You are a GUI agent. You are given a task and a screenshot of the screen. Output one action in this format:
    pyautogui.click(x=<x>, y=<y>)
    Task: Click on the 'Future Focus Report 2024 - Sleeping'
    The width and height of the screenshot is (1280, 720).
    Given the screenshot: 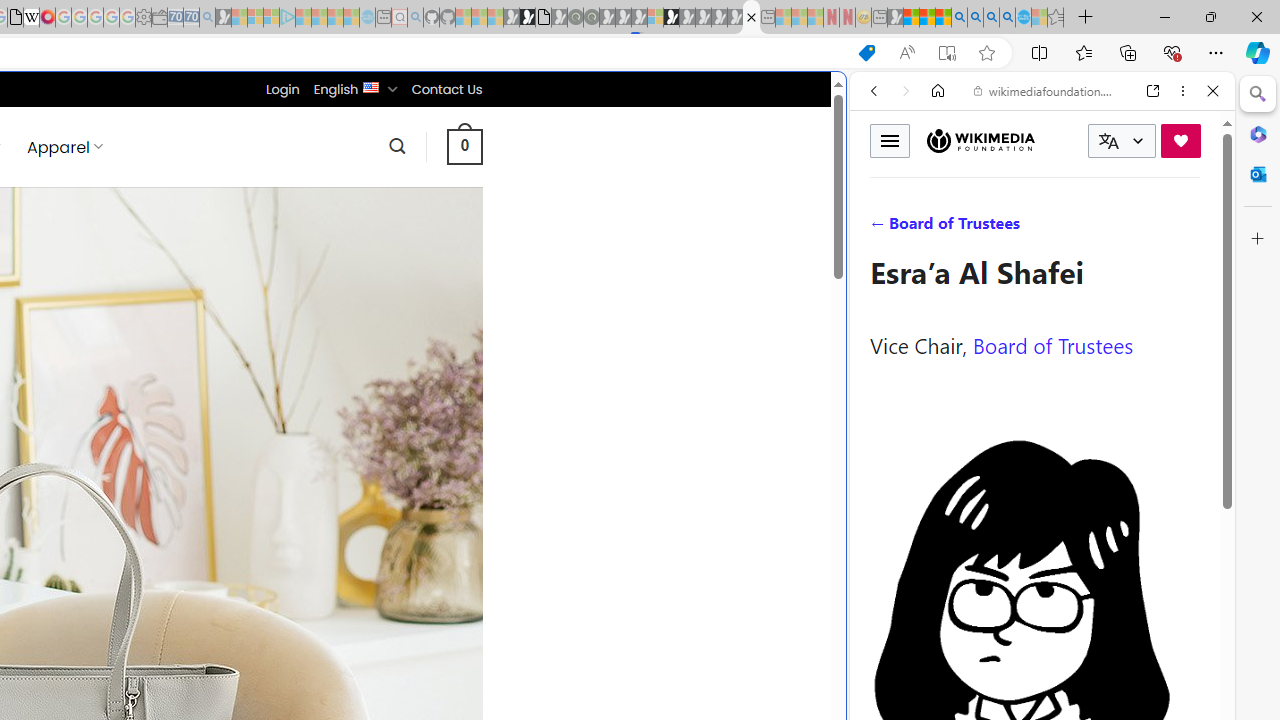 What is the action you would take?
    pyautogui.click(x=590, y=17)
    